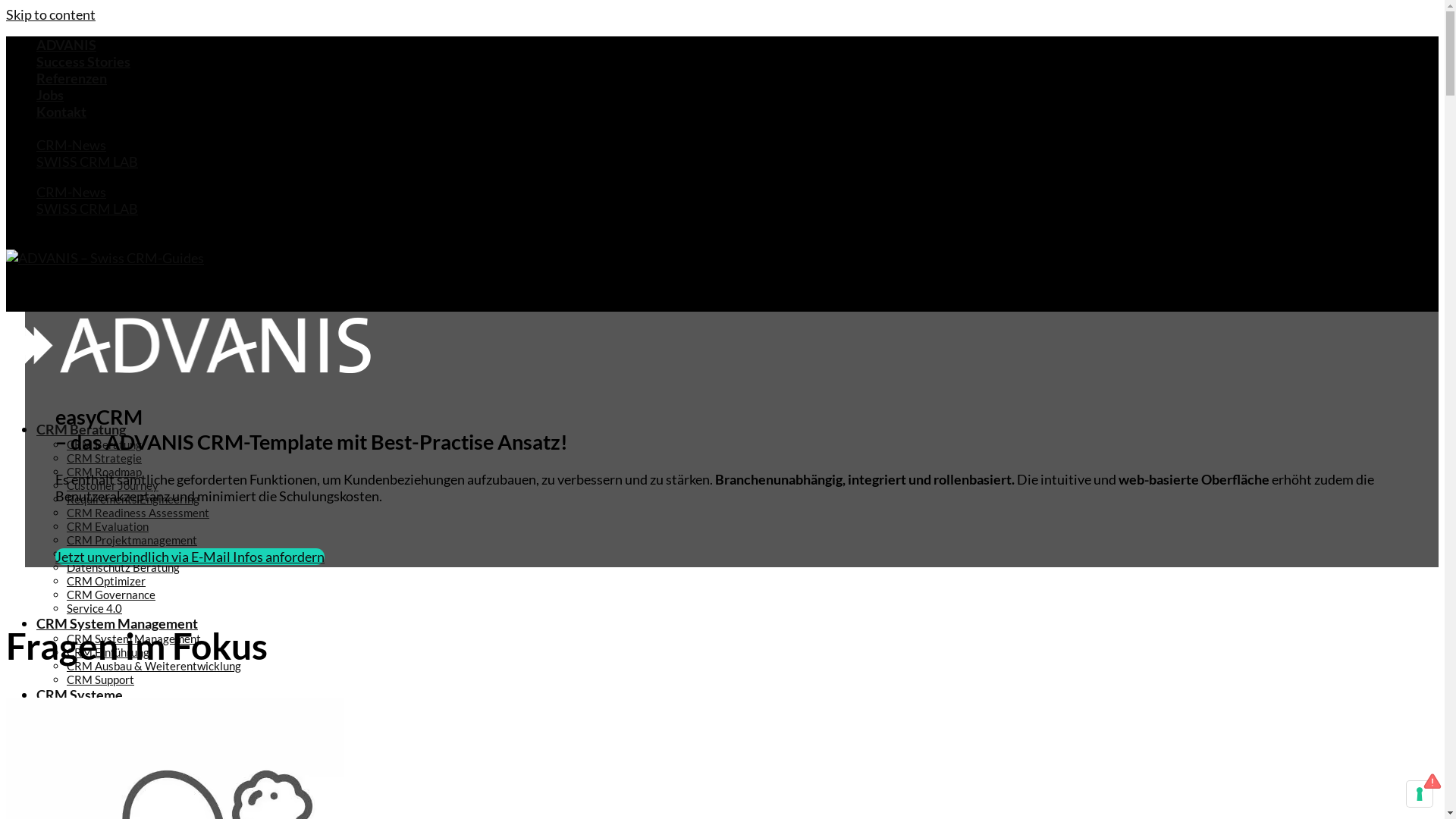 The width and height of the screenshot is (1456, 819). What do you see at coordinates (99, 678) in the screenshot?
I see `'CRM Support'` at bounding box center [99, 678].